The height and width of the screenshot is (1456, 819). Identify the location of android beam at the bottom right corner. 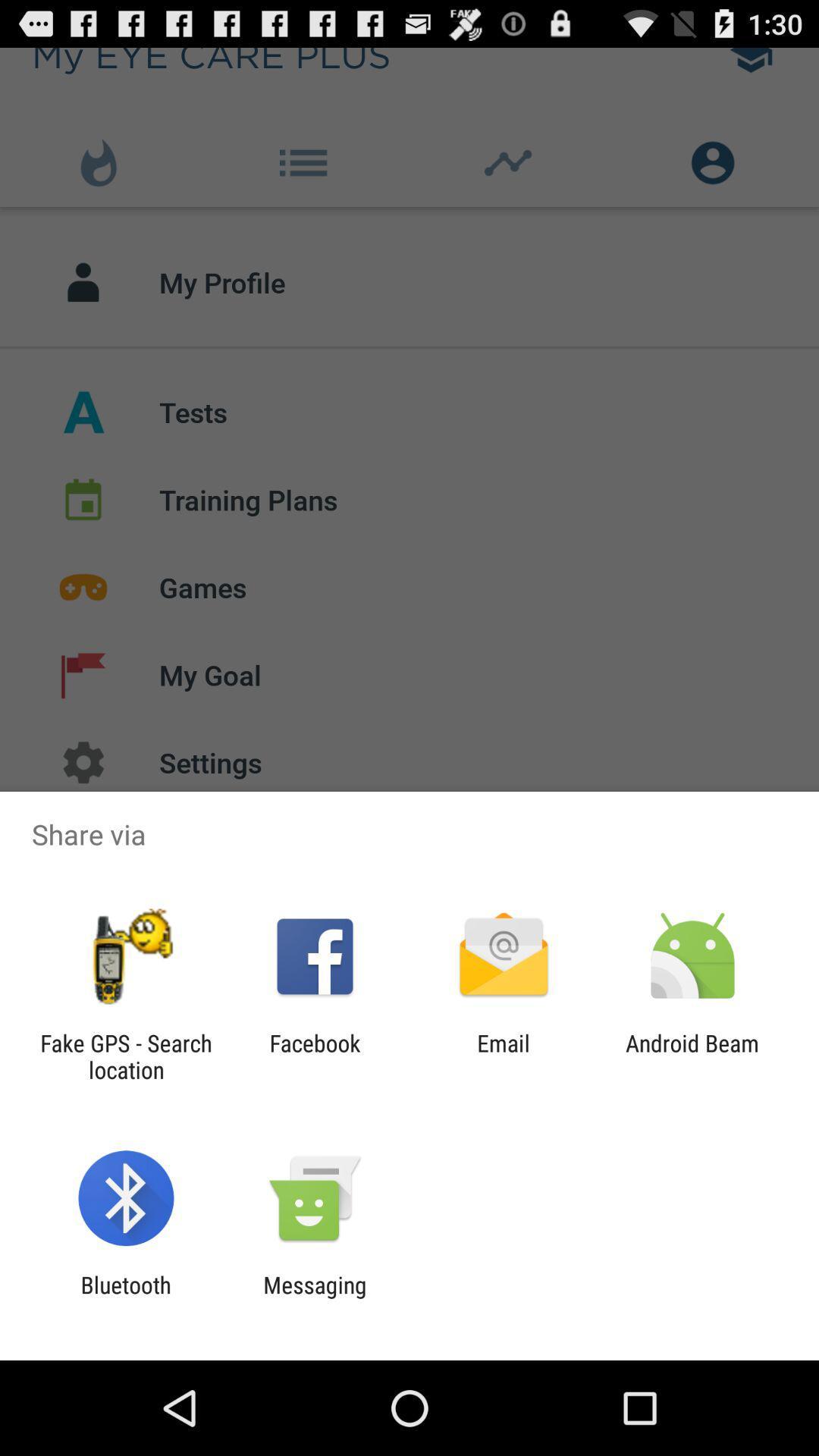
(692, 1056).